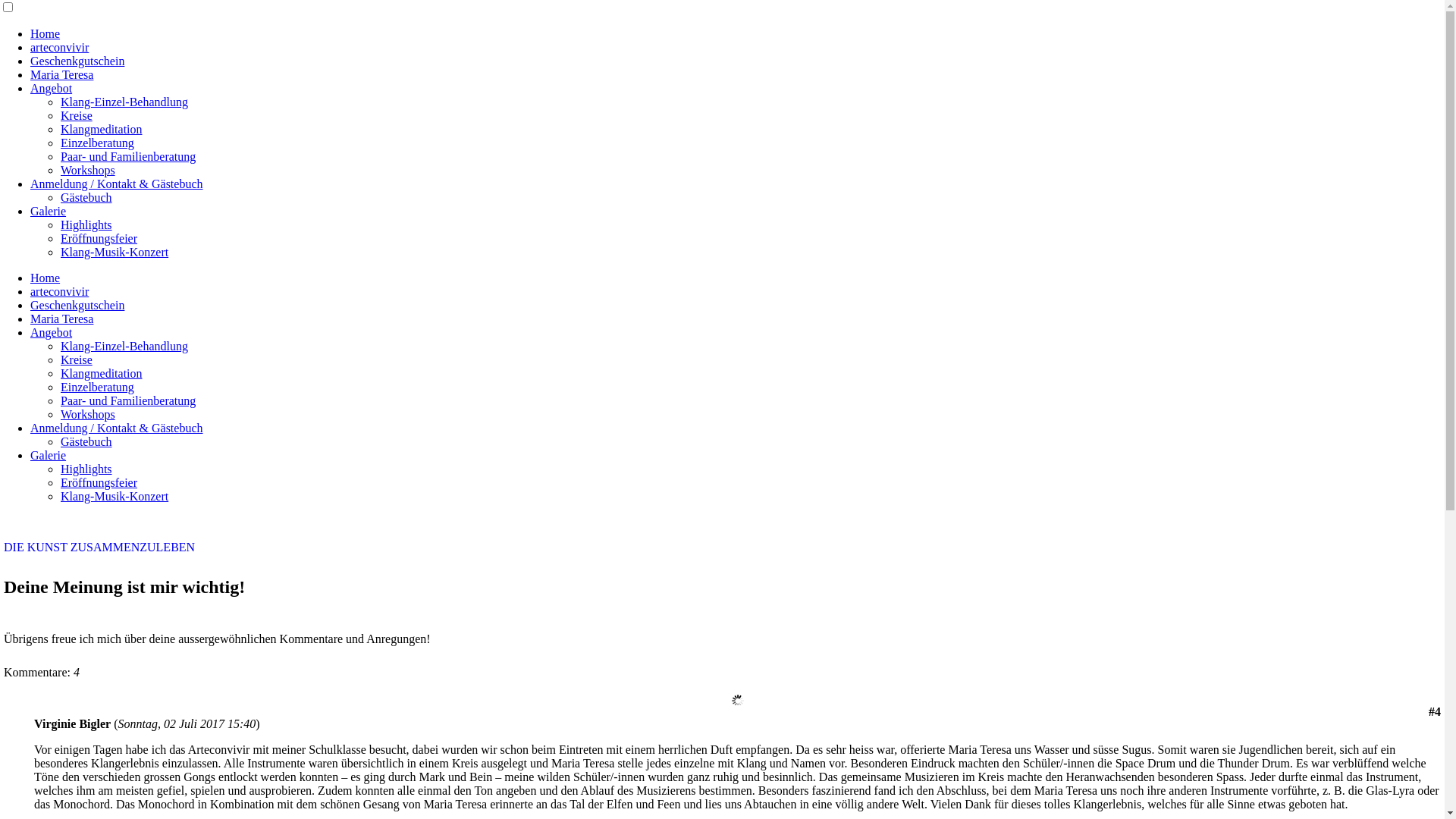  What do you see at coordinates (48, 211) in the screenshot?
I see `'Galerie'` at bounding box center [48, 211].